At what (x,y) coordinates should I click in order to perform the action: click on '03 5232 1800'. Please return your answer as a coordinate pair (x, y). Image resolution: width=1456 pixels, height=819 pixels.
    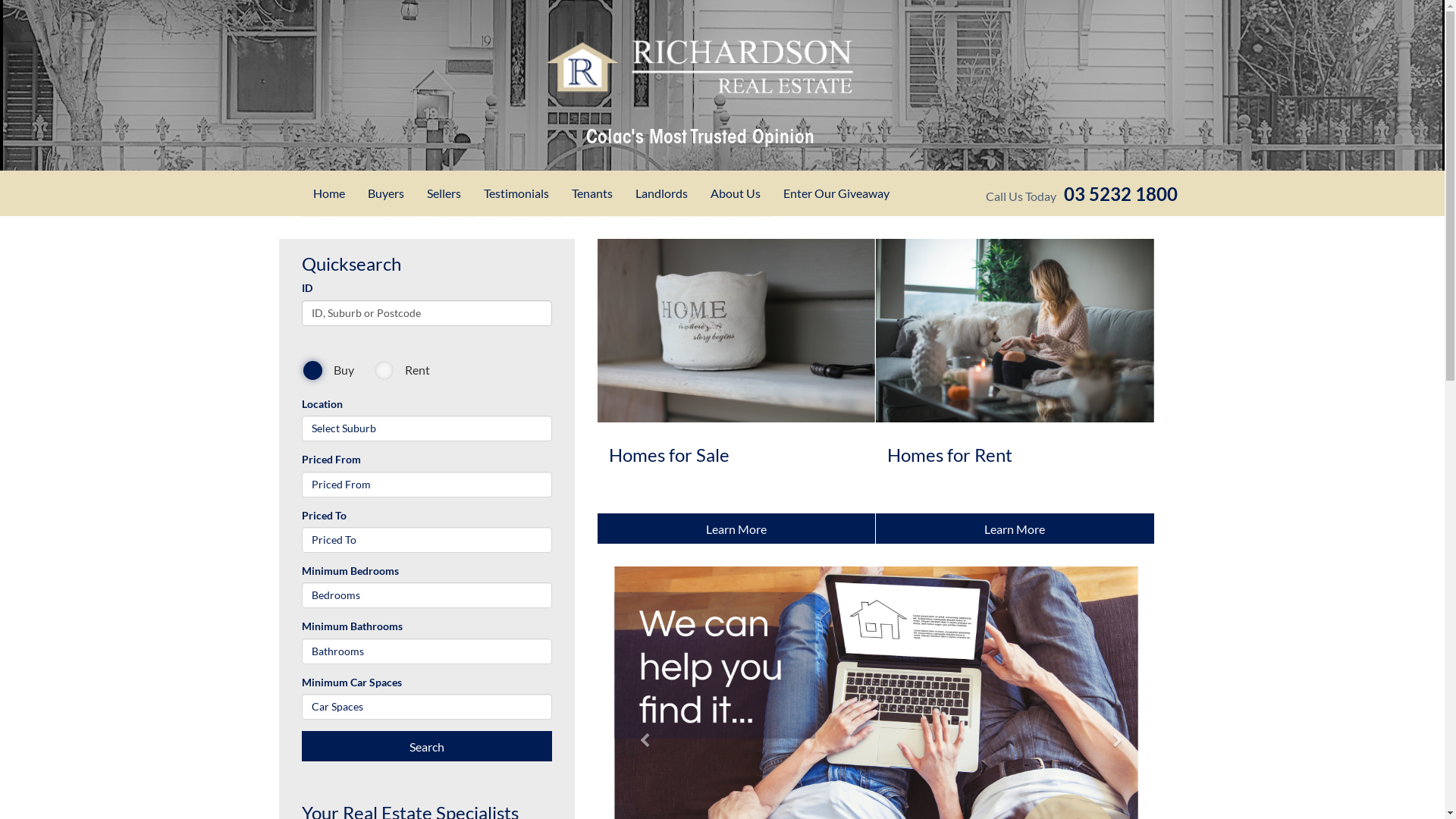
    Looking at the image, I should click on (1120, 193).